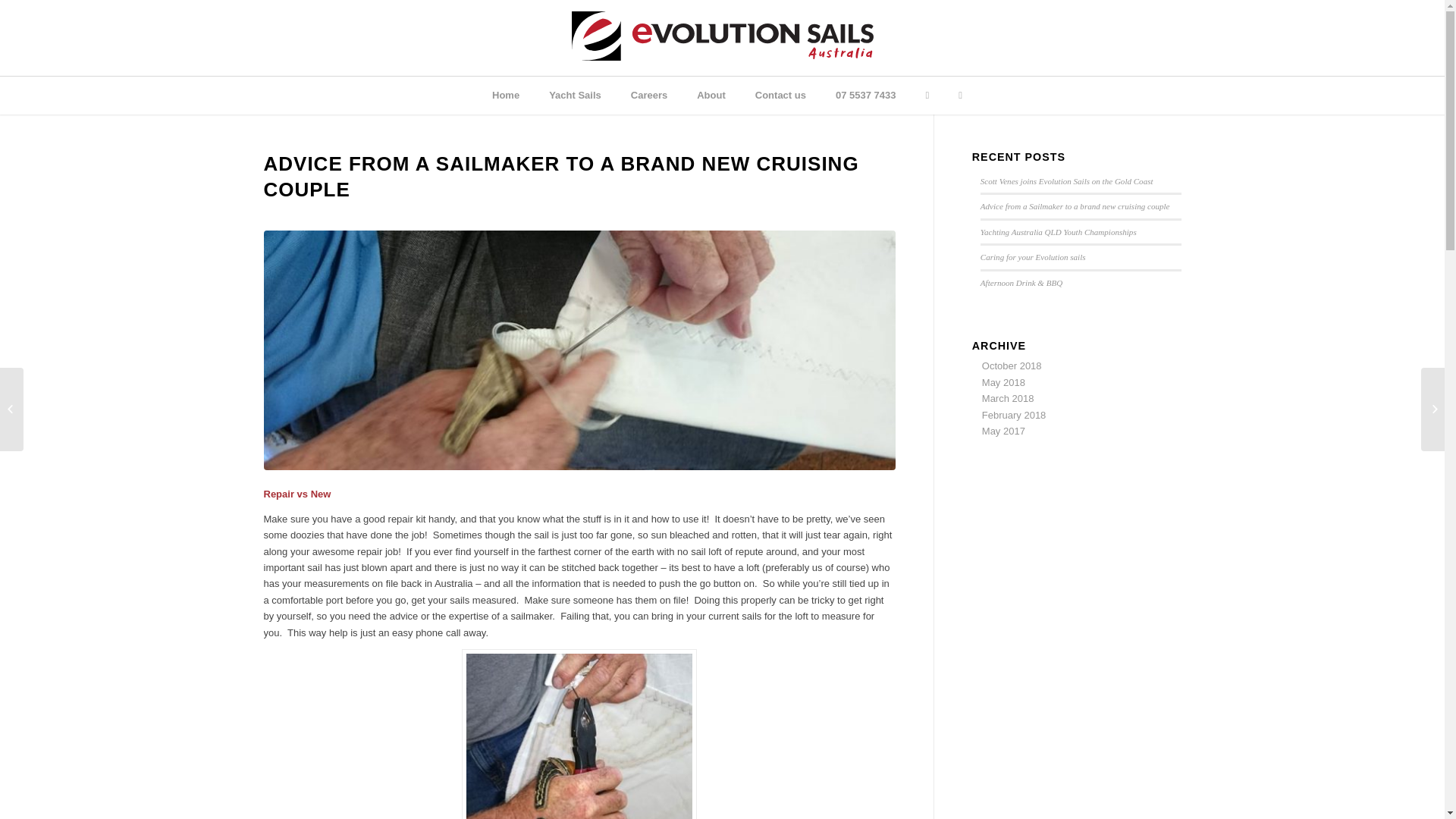  I want to click on 'Caring for your Evolution sails', so click(980, 256).